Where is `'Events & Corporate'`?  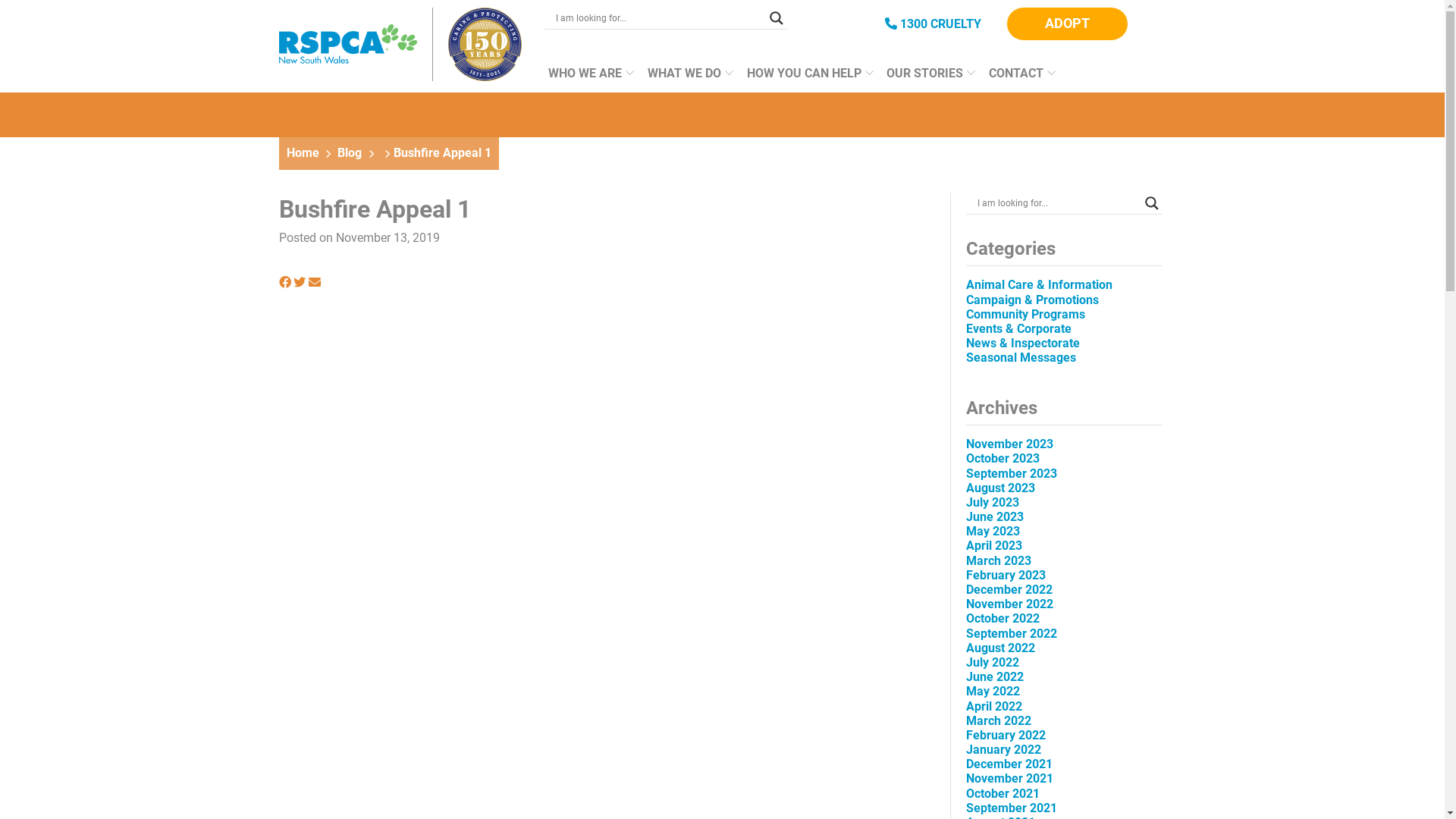 'Events & Corporate' is located at coordinates (1018, 328).